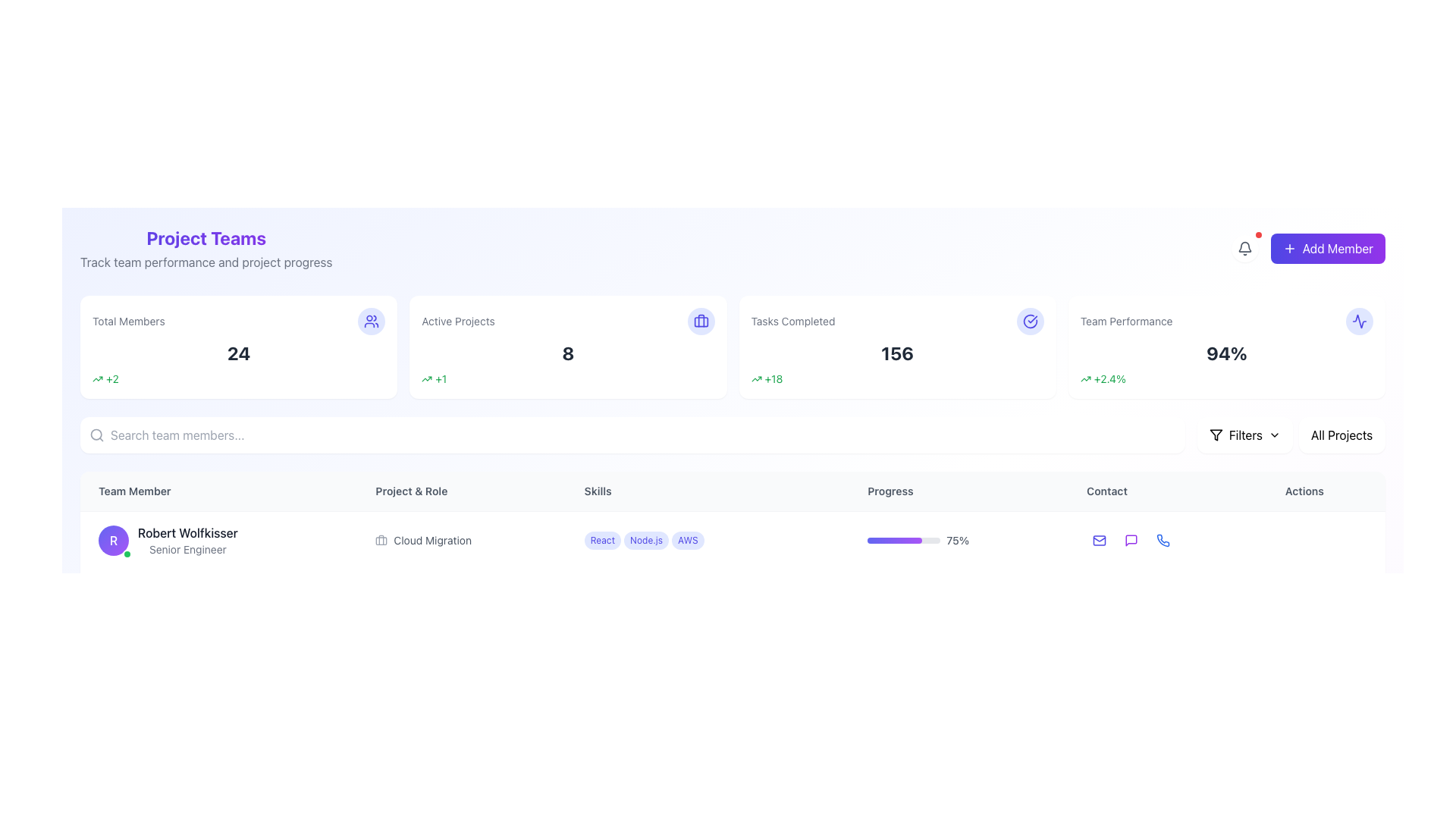  I want to click on the first skill label in the 'Skills' column of the table, which signifies a particular skill or attribute associated with the team member, so click(601, 540).